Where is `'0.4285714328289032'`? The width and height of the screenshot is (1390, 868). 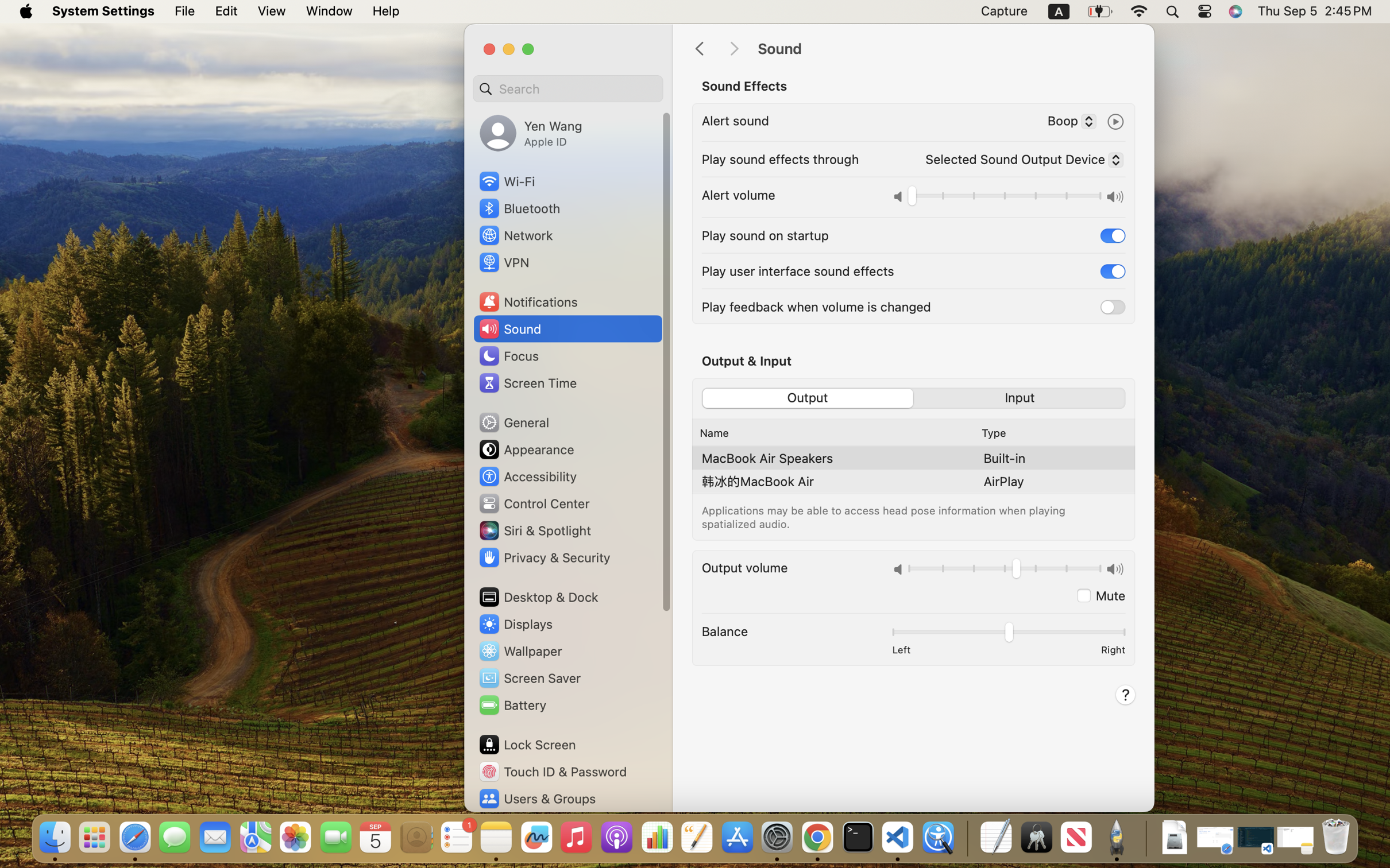
'0.4285714328289032' is located at coordinates (966, 838).